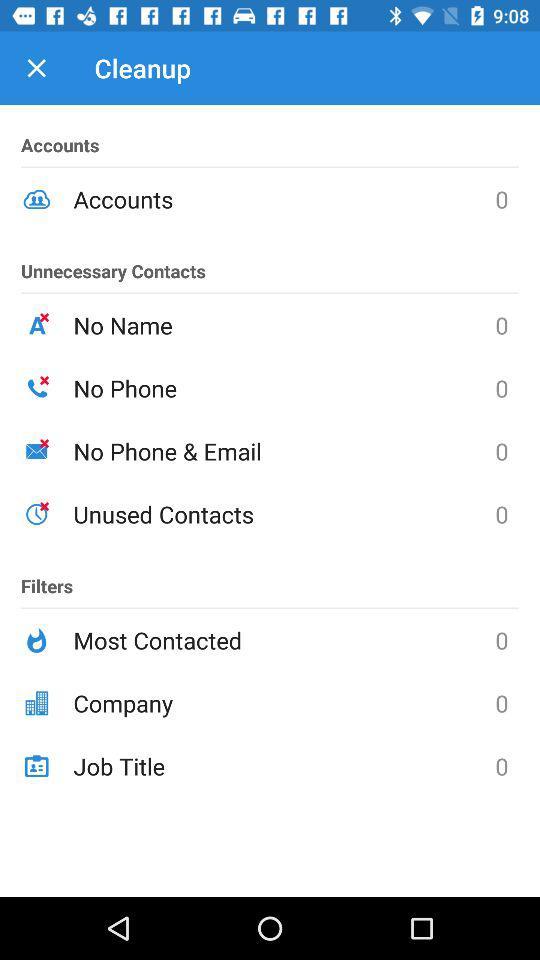  I want to click on the item below unnecessary contacts icon, so click(283, 325).